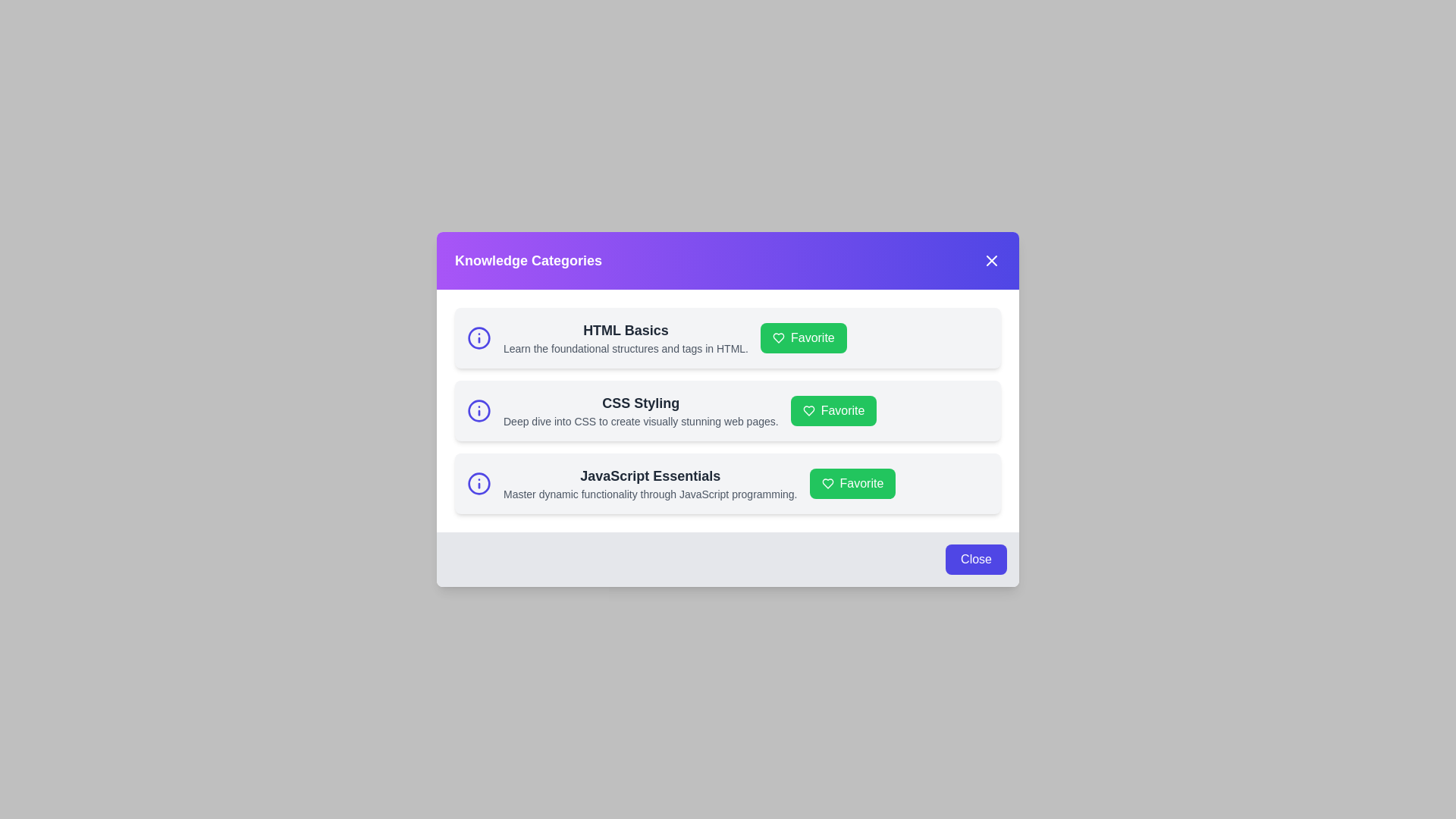 Image resolution: width=1456 pixels, height=819 pixels. Describe the element at coordinates (650, 494) in the screenshot. I see `descriptive static text element located beneath the title 'JavaScript Essentials' in the modal dialog box titled 'Knowledge Categories.'` at that location.